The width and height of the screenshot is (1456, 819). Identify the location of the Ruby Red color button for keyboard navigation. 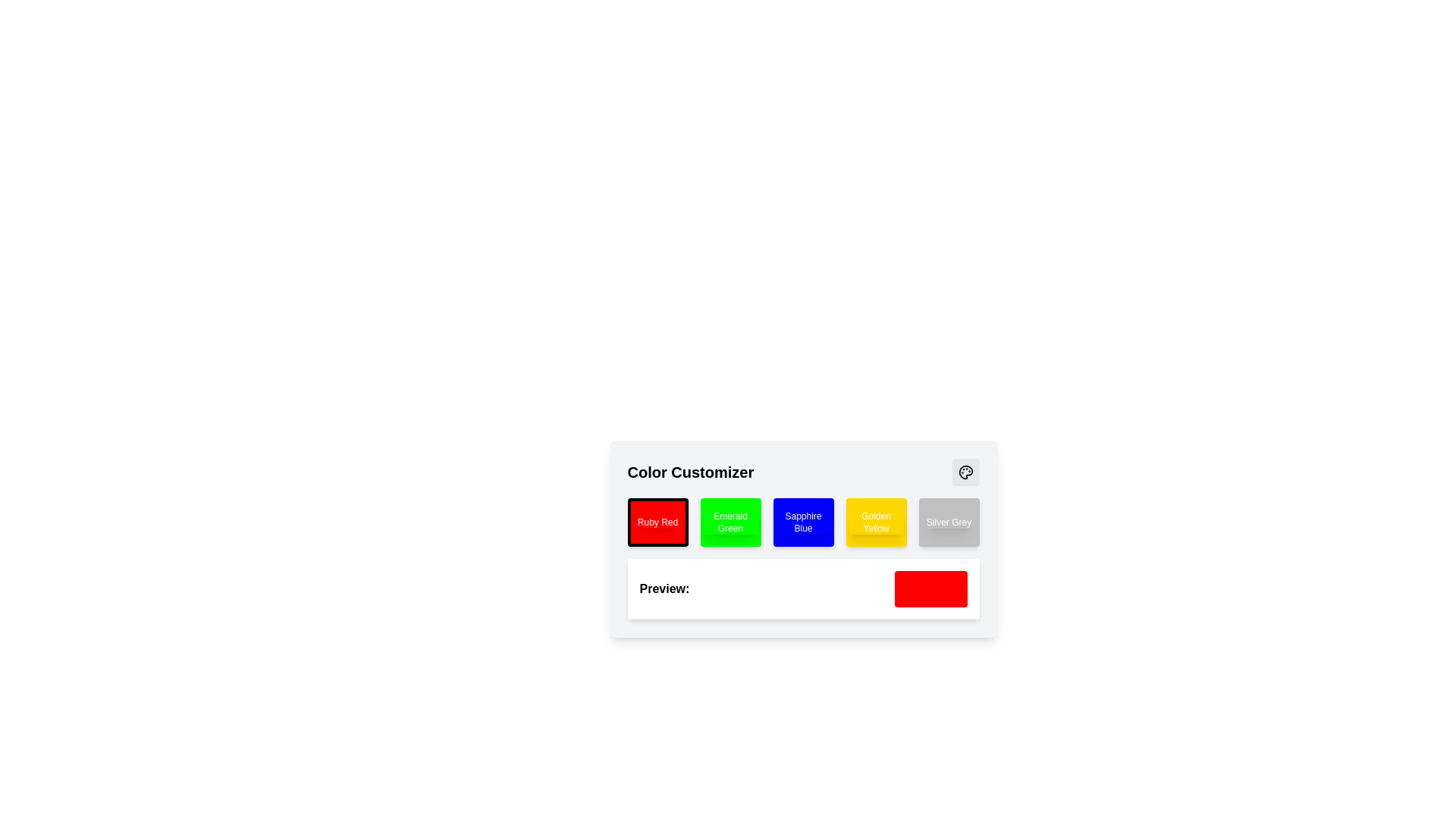
(657, 522).